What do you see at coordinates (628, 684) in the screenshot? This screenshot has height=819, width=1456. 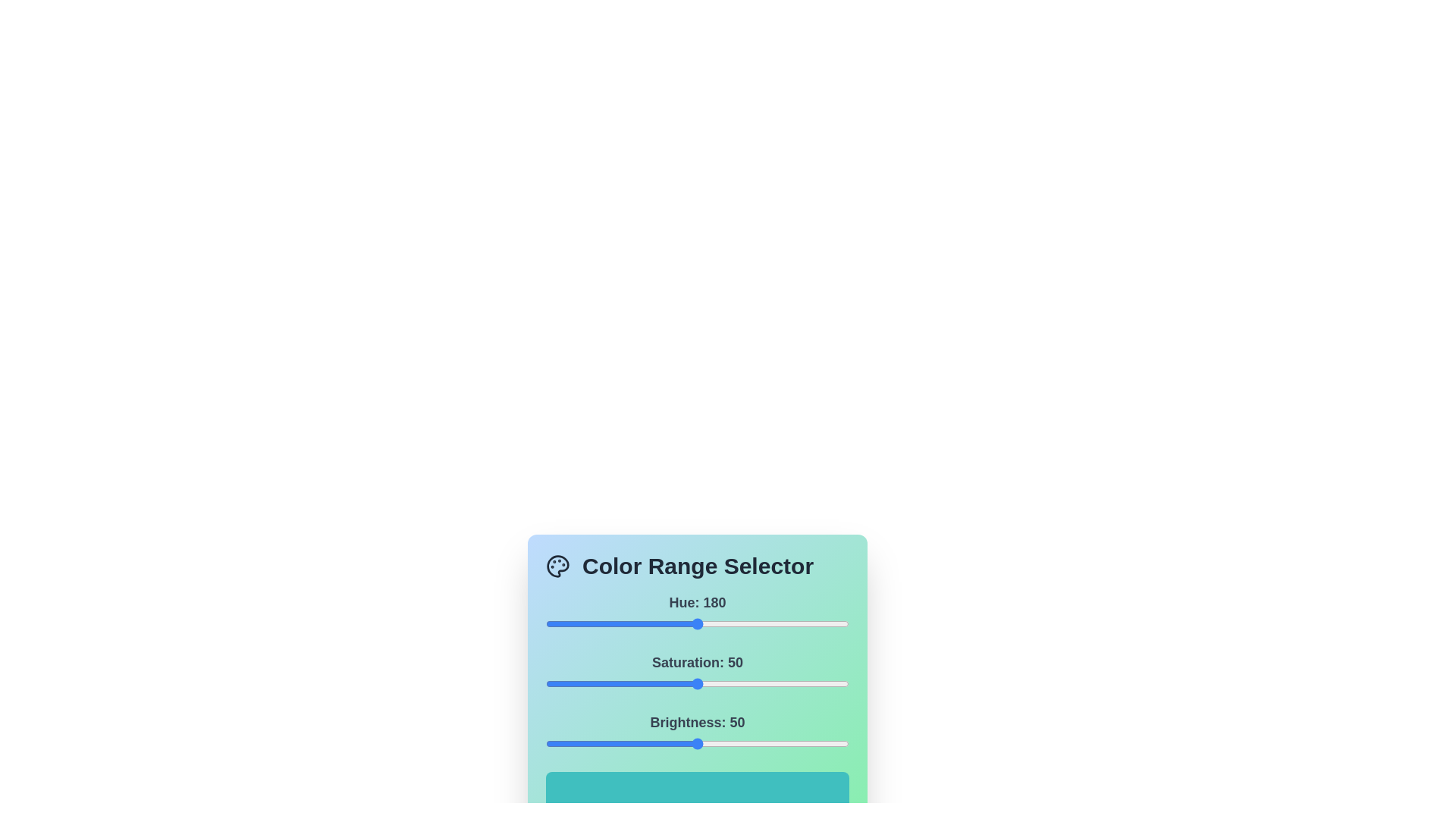 I see `the 1 slider to 27` at bounding box center [628, 684].